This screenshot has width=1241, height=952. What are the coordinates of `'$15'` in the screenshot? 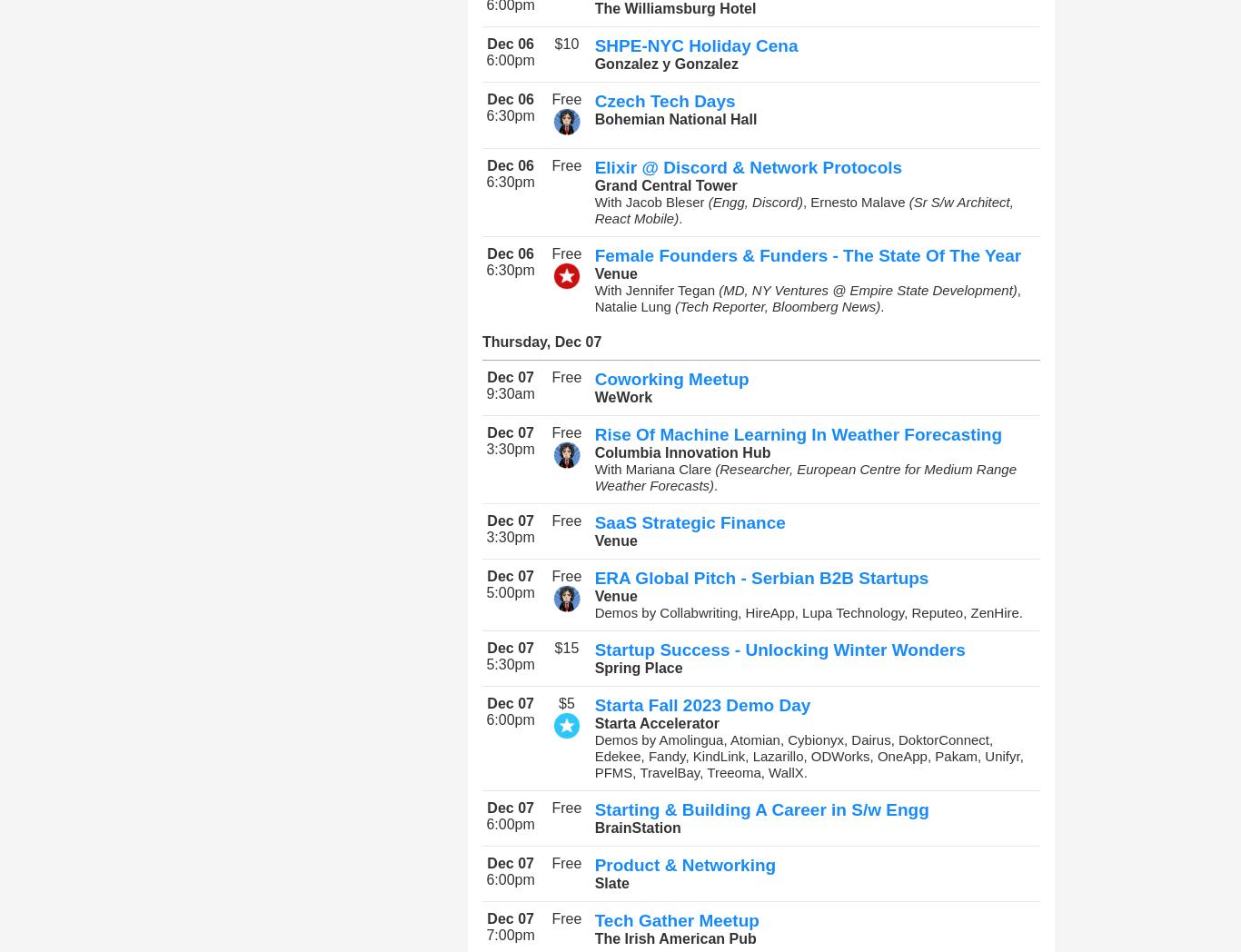 It's located at (553, 647).